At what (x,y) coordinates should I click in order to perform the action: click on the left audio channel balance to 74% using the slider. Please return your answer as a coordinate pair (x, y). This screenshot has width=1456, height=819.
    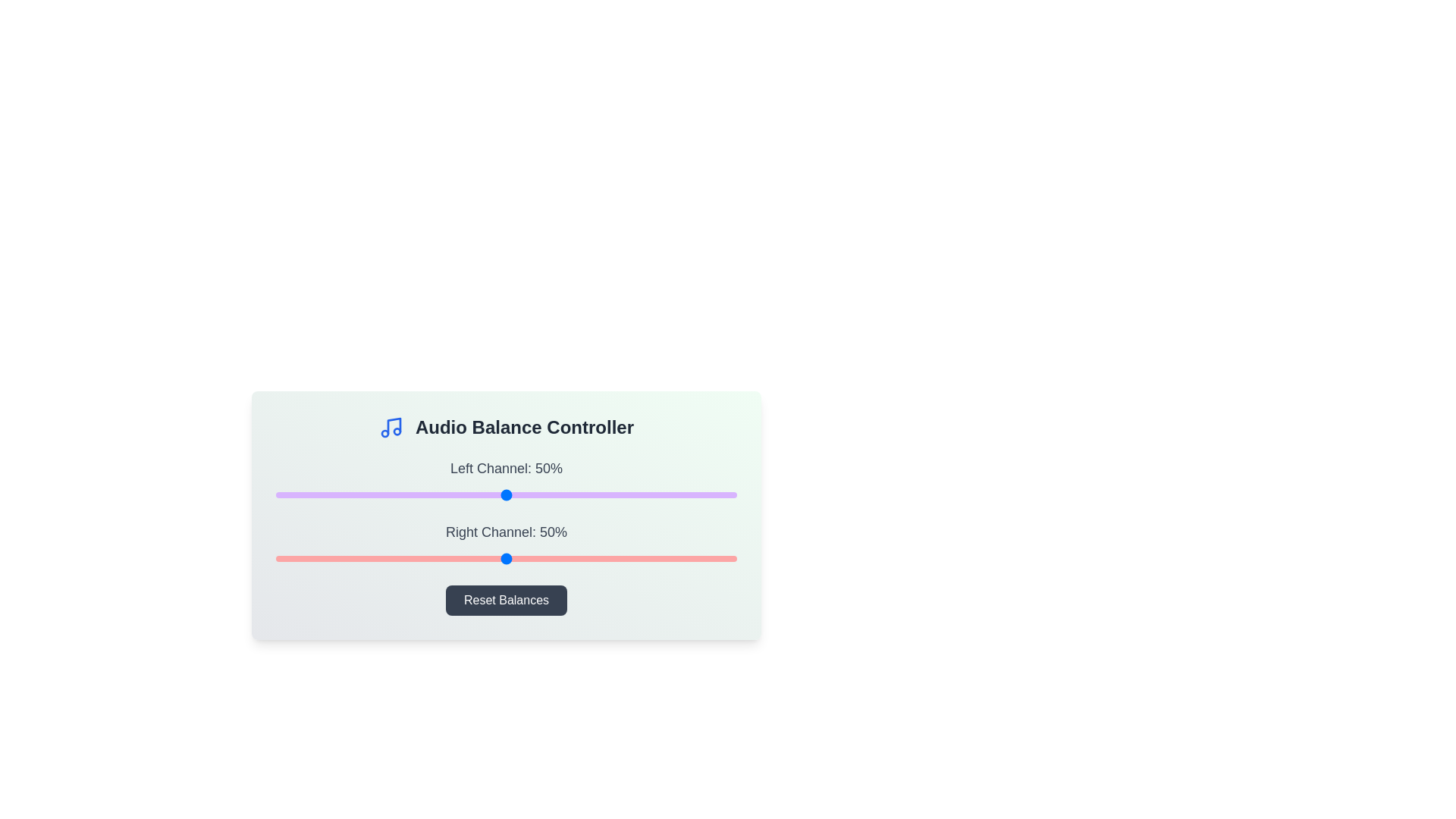
    Looking at the image, I should click on (617, 494).